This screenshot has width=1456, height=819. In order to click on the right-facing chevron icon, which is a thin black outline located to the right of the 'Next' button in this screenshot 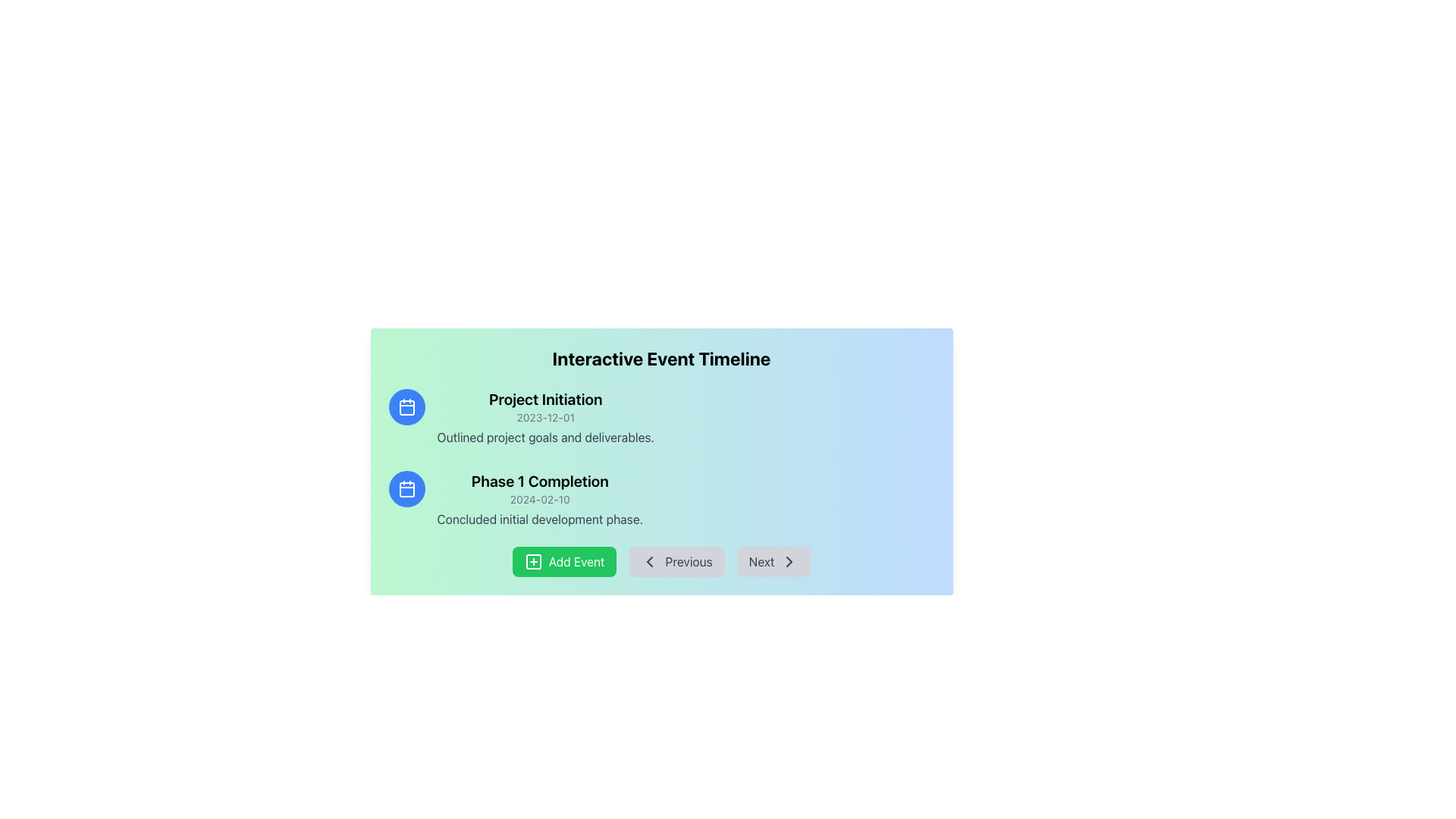, I will do `click(789, 561)`.